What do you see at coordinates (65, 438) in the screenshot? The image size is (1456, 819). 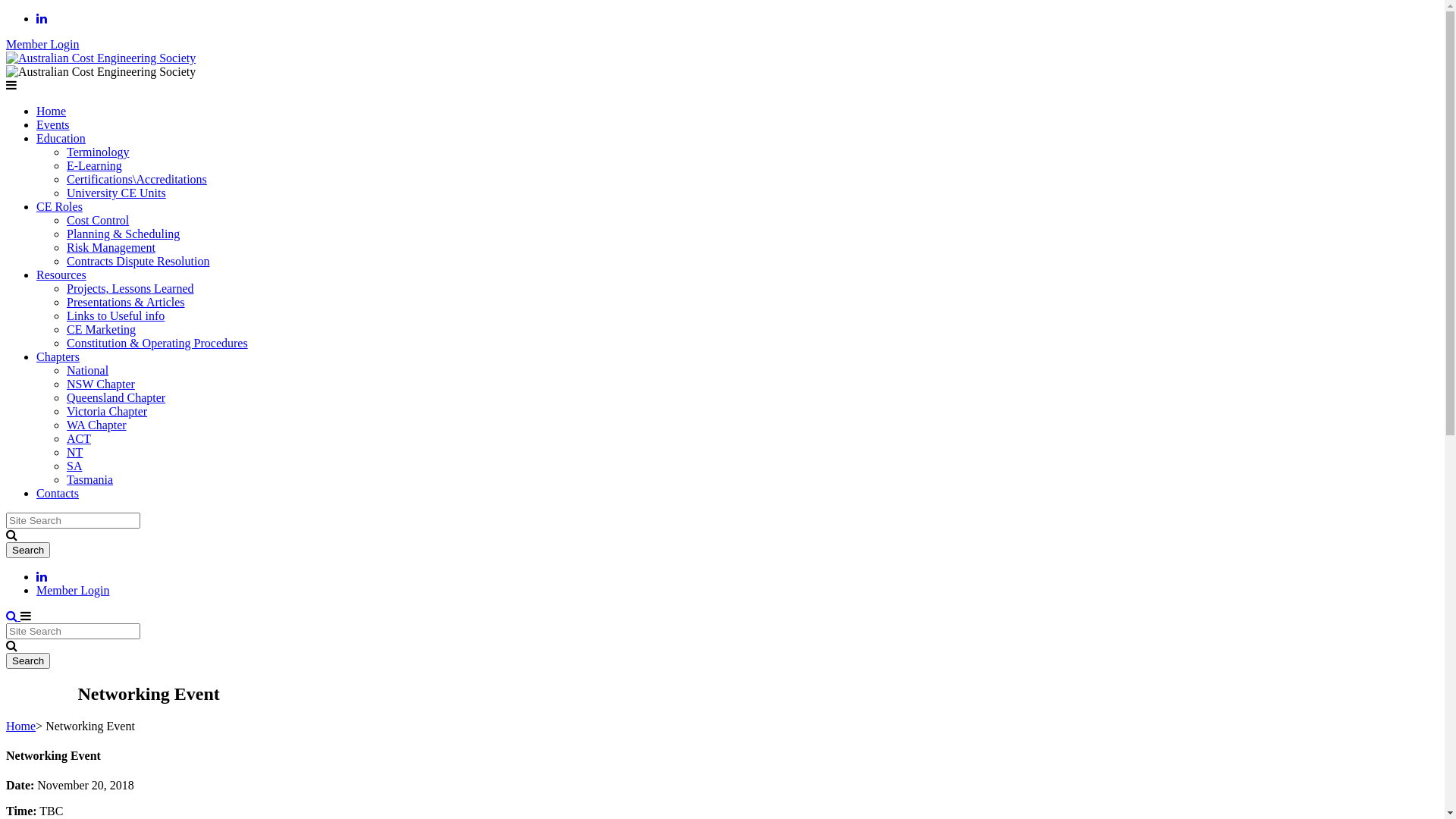 I see `'ACT'` at bounding box center [65, 438].